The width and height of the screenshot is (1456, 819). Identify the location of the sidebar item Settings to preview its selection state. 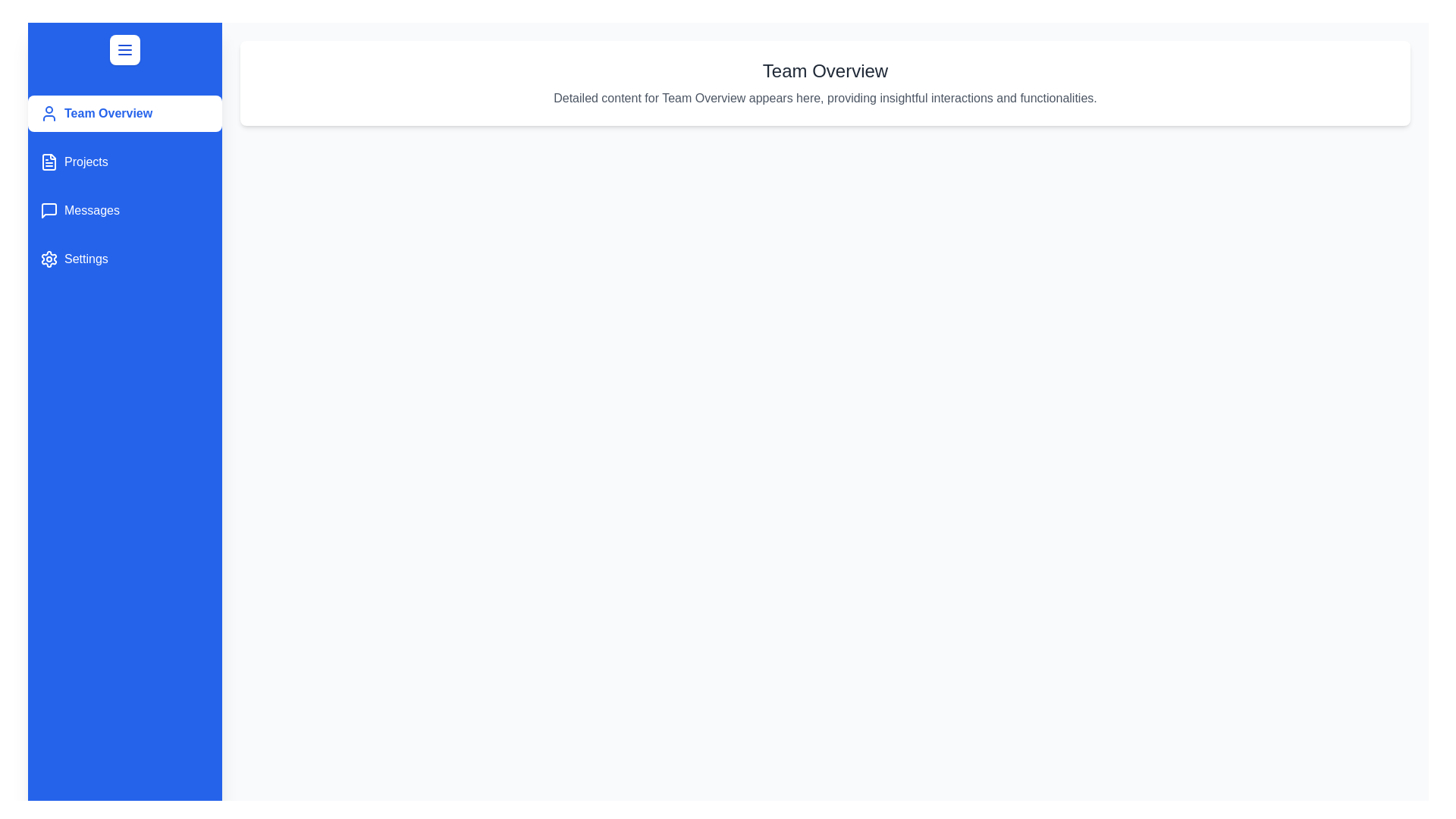
(124, 259).